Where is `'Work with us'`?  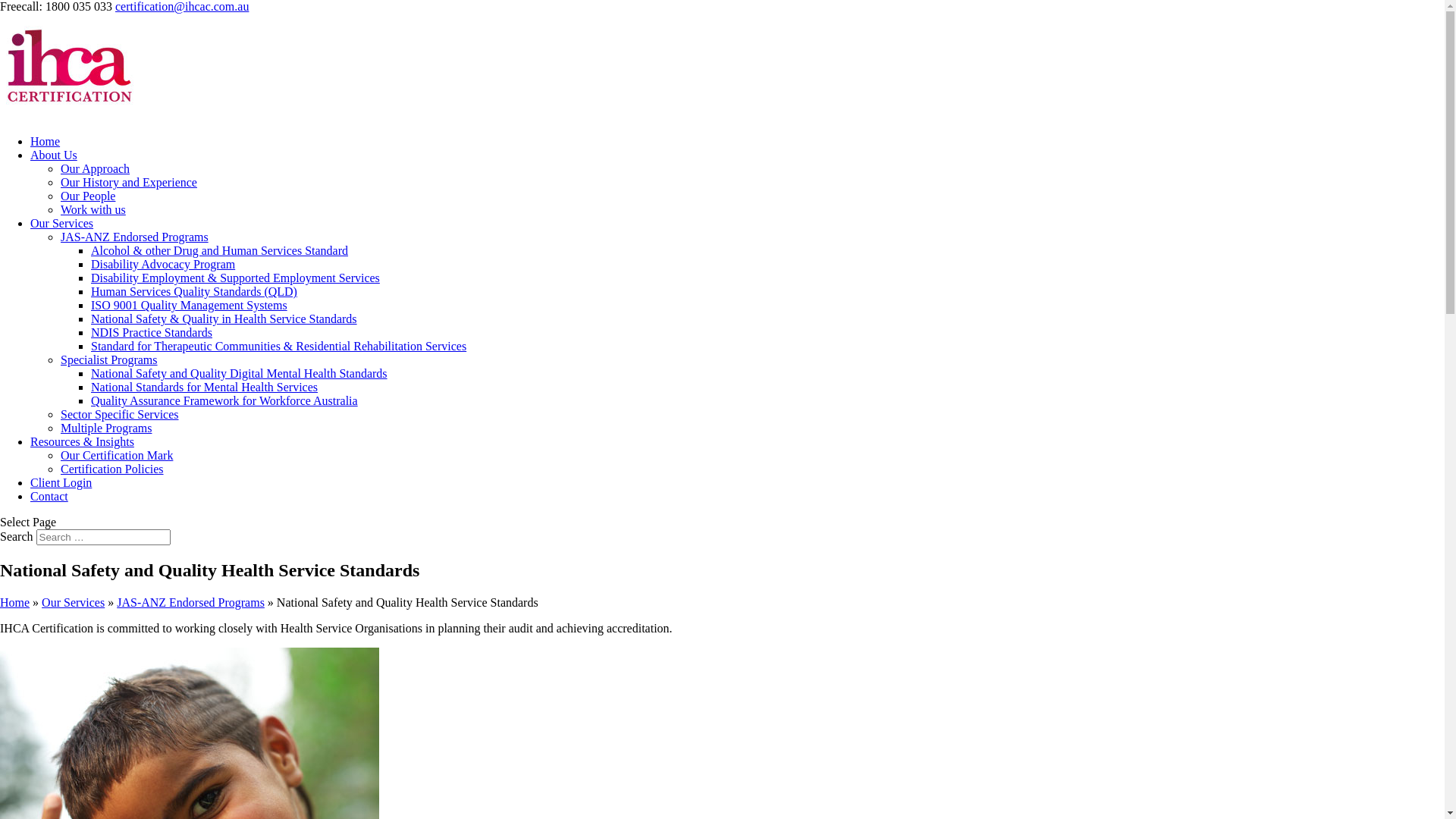
'Work with us' is located at coordinates (93, 209).